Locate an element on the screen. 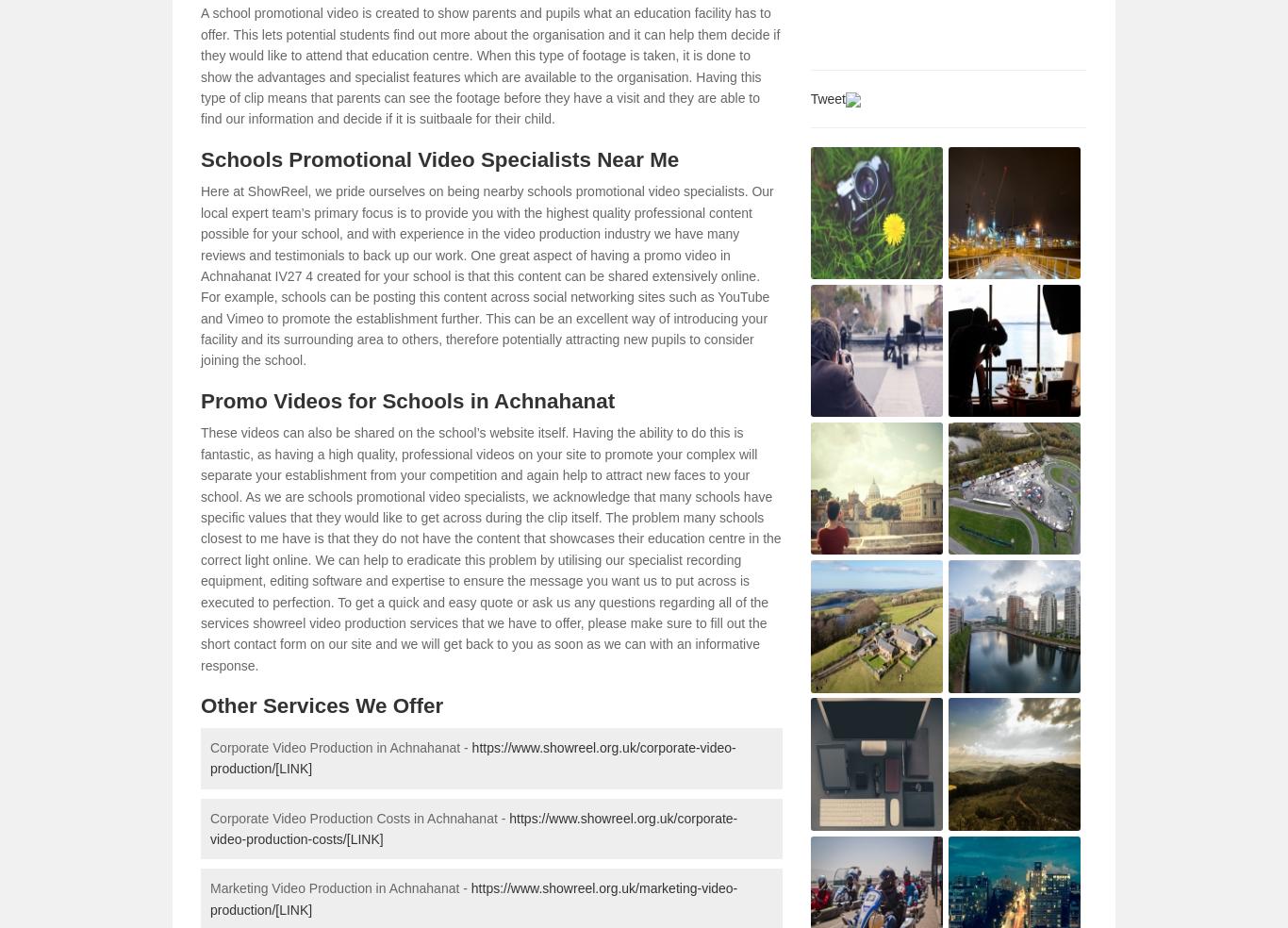 Image resolution: width=1288 pixels, height=928 pixels. 'Tweet' is located at coordinates (827, 97).